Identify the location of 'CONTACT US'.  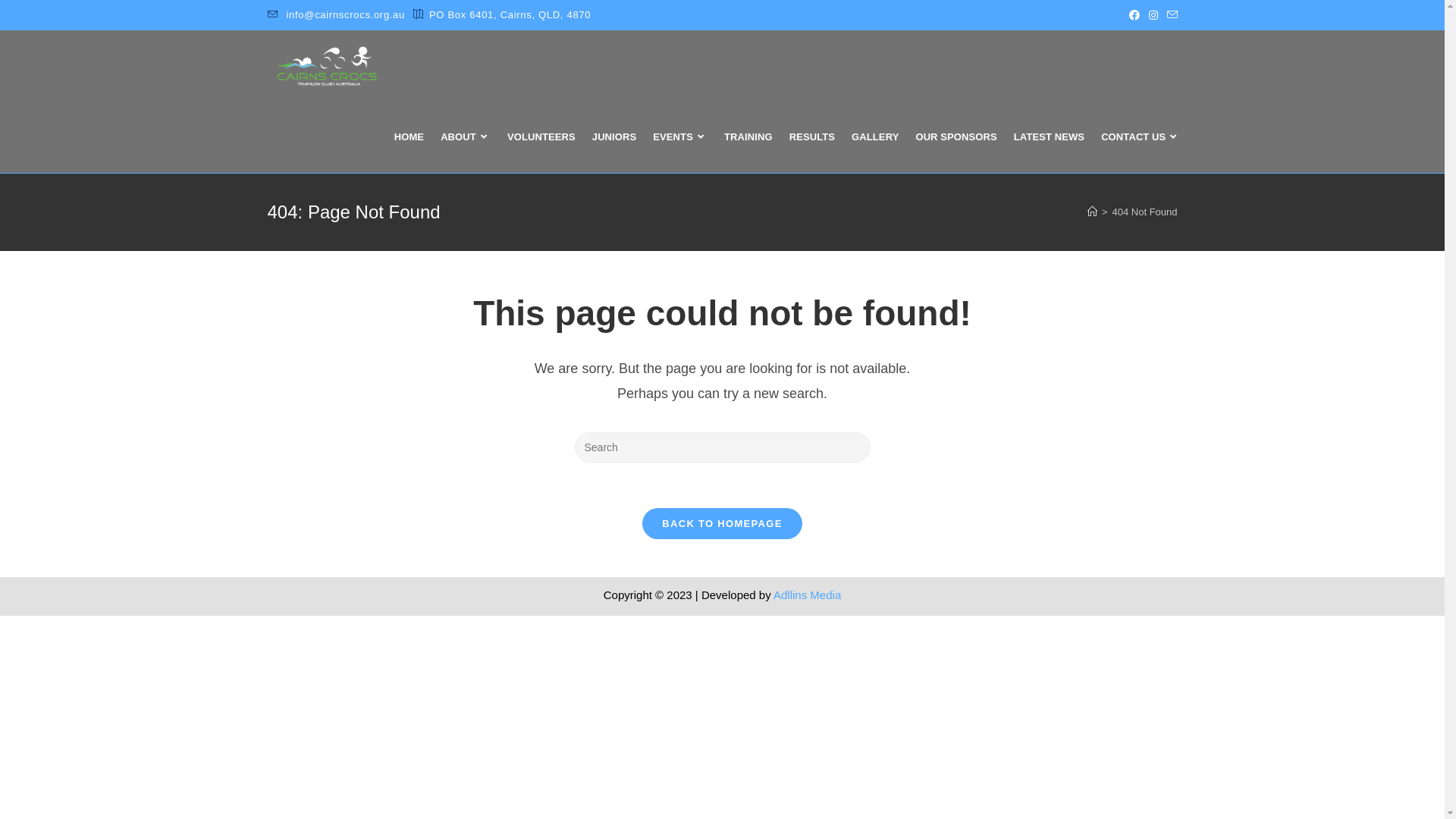
(1092, 137).